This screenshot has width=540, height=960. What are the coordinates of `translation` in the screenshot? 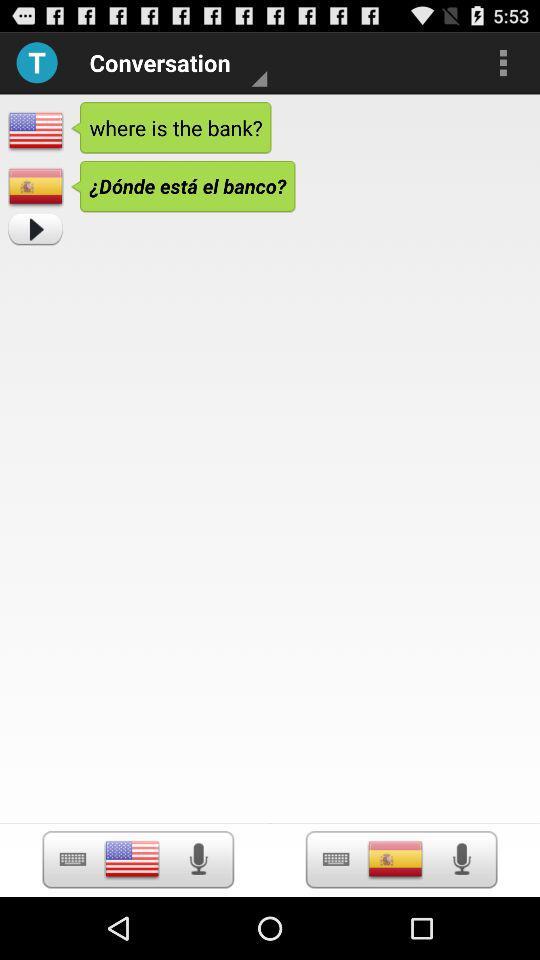 It's located at (35, 229).